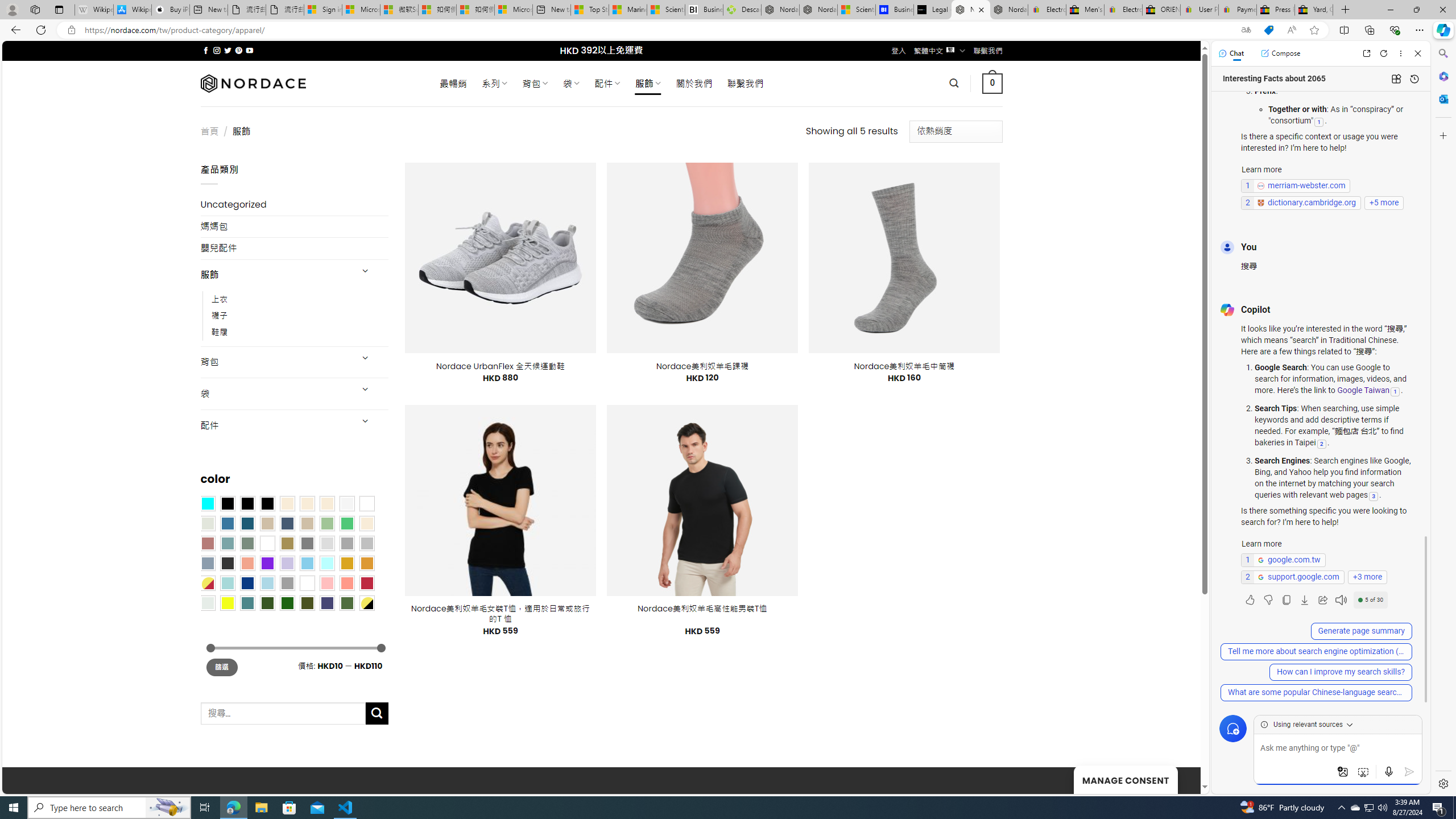 This screenshot has width=1456, height=819. Describe the element at coordinates (1198, 9) in the screenshot. I see `'User Privacy Notice | eBay'` at that location.